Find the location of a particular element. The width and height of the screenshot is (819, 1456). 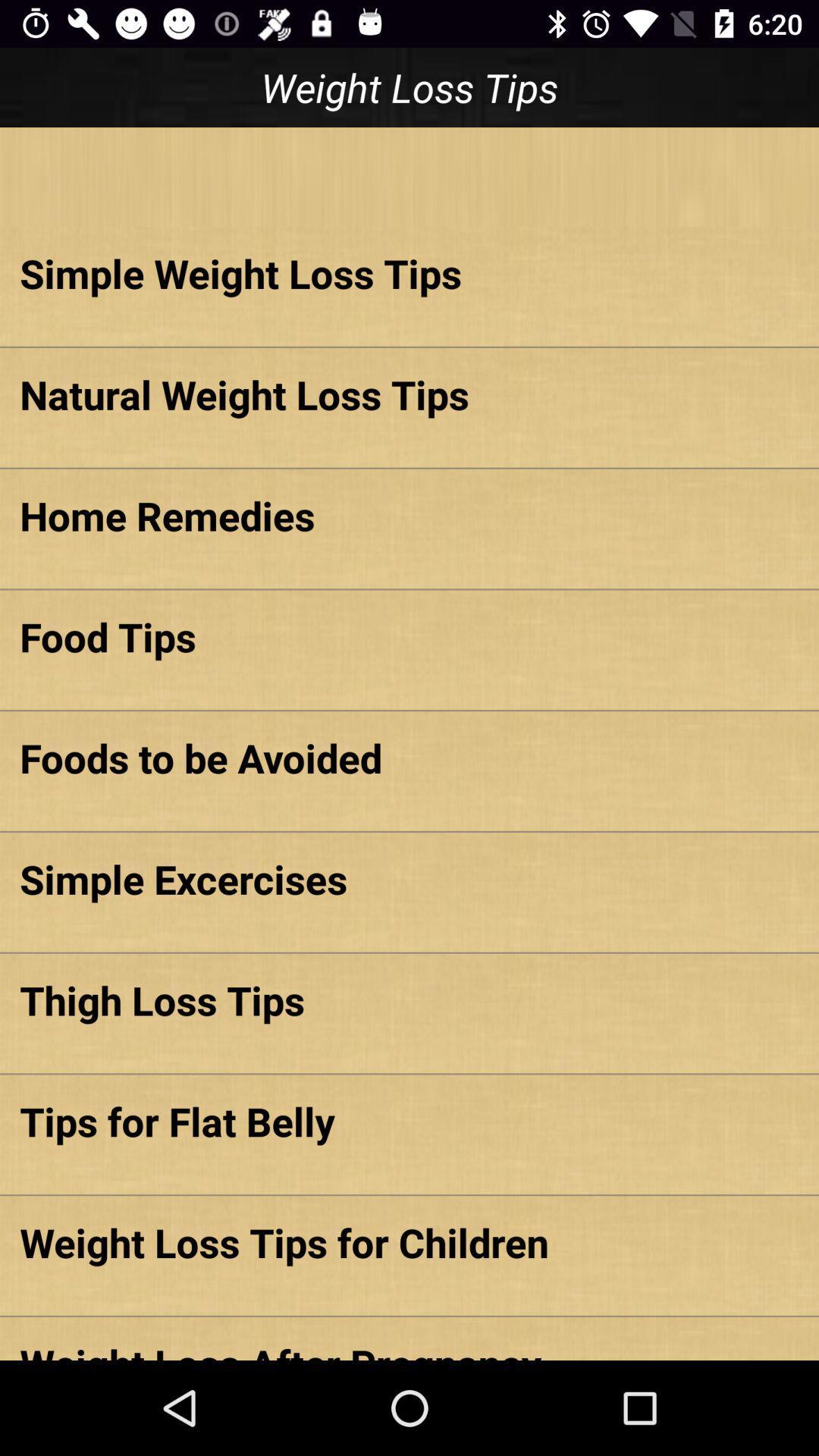

app below foods to be app is located at coordinates (409, 879).